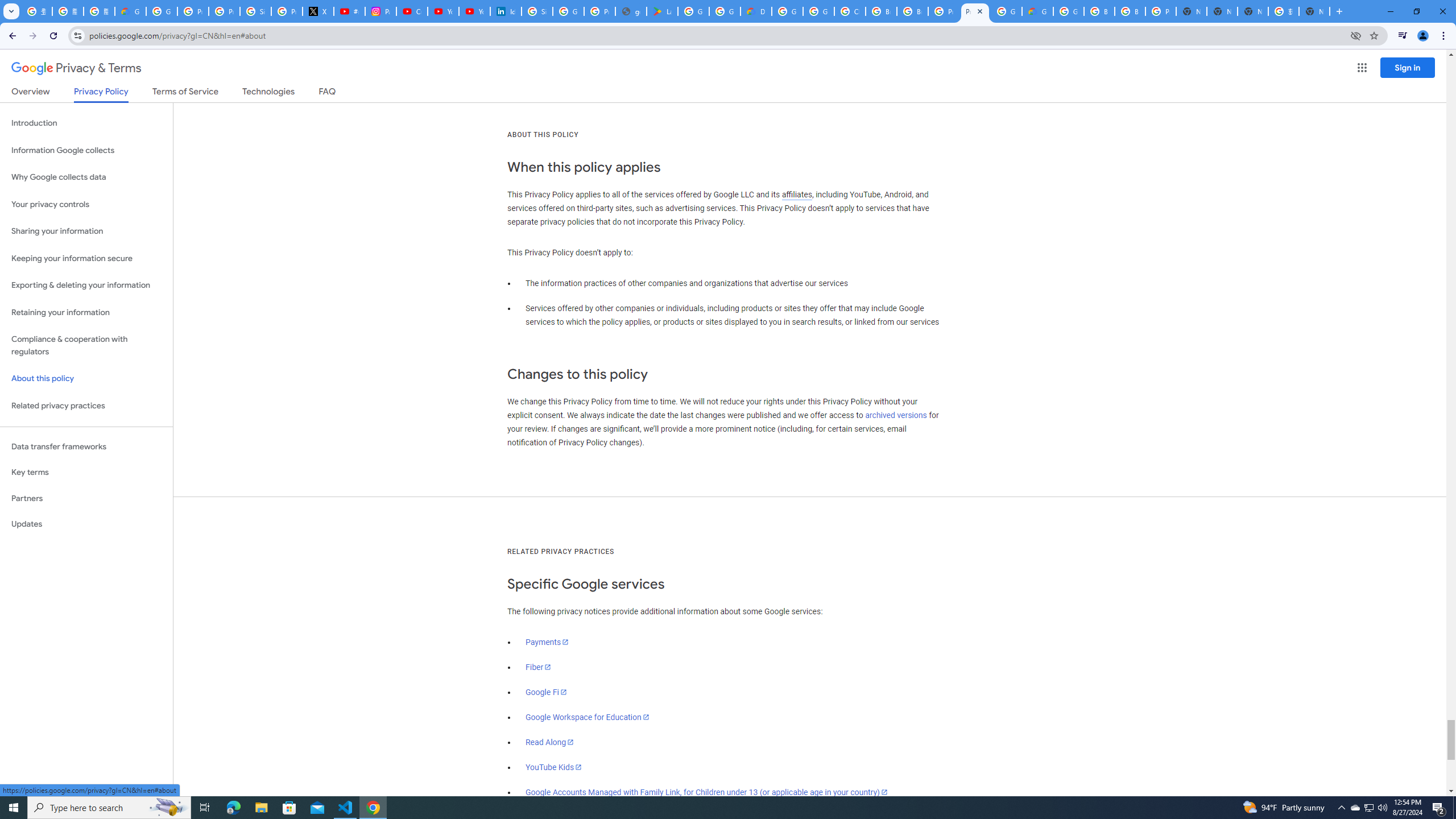 This screenshot has height=819, width=1456. Describe the element at coordinates (86, 312) in the screenshot. I see `'Retaining your information'` at that location.